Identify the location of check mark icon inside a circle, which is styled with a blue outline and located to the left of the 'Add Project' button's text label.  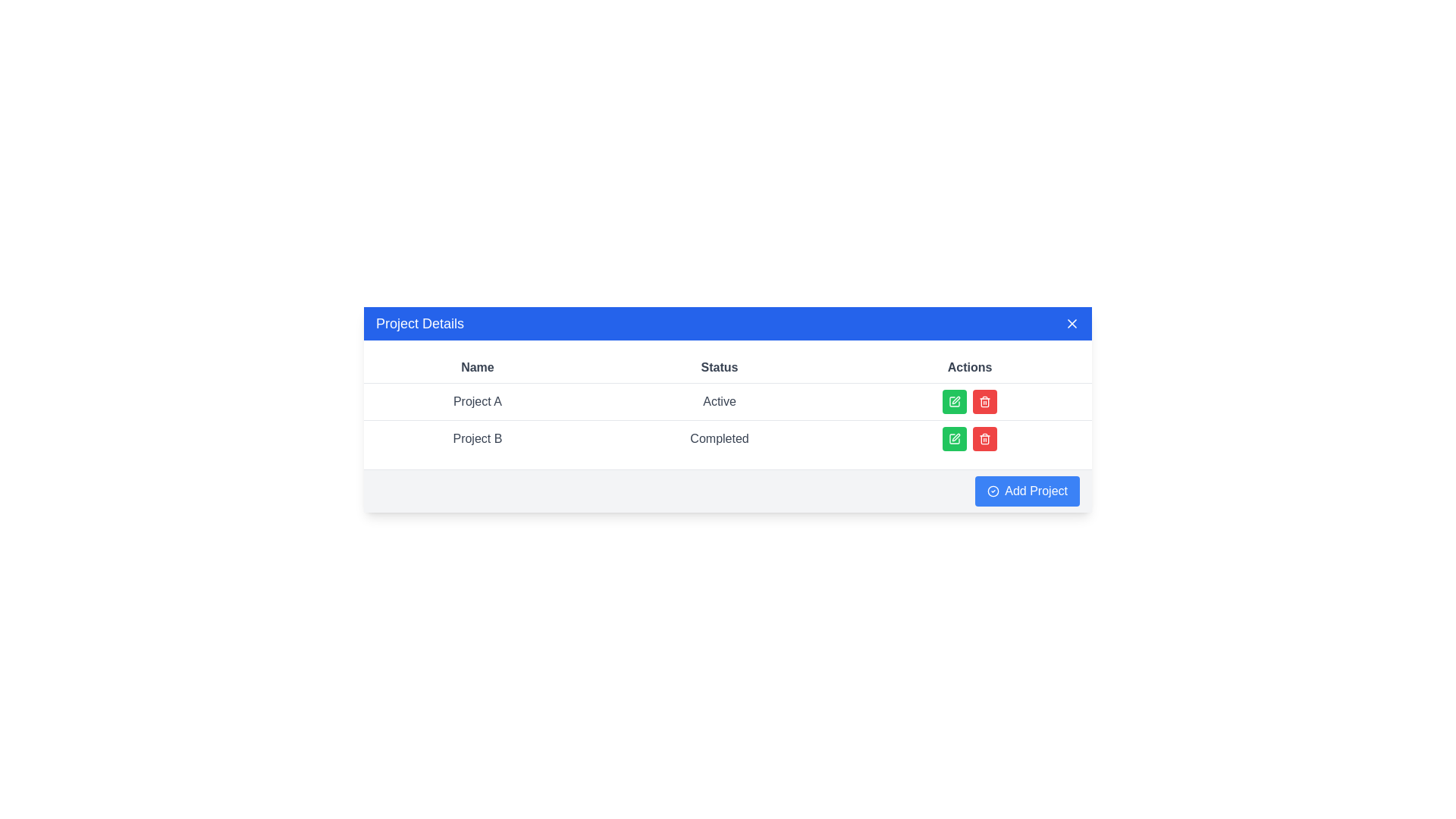
(993, 491).